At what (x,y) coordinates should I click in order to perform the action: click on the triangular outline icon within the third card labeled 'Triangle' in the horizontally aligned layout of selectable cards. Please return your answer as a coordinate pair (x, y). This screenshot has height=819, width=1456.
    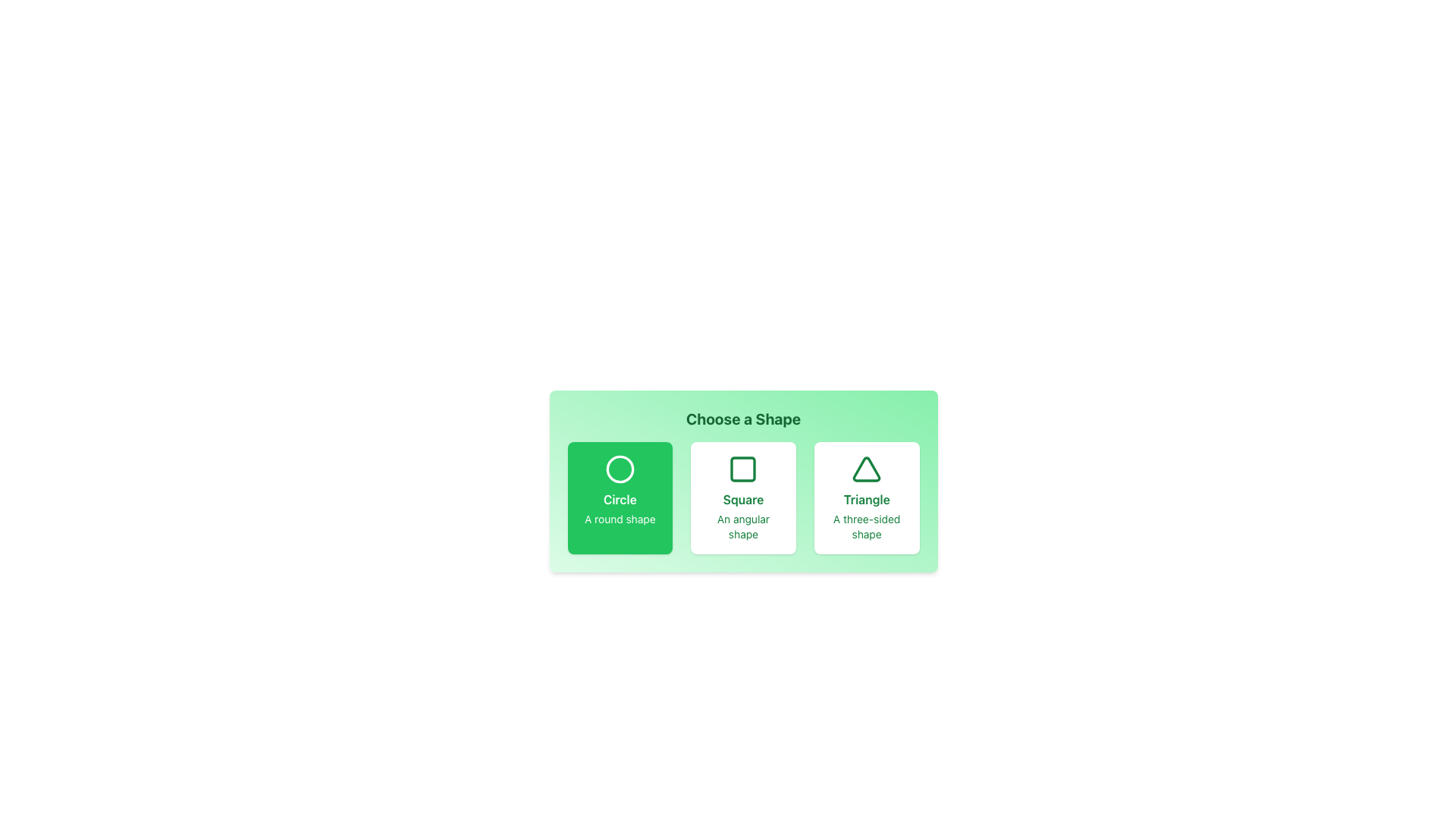
    Looking at the image, I should click on (867, 468).